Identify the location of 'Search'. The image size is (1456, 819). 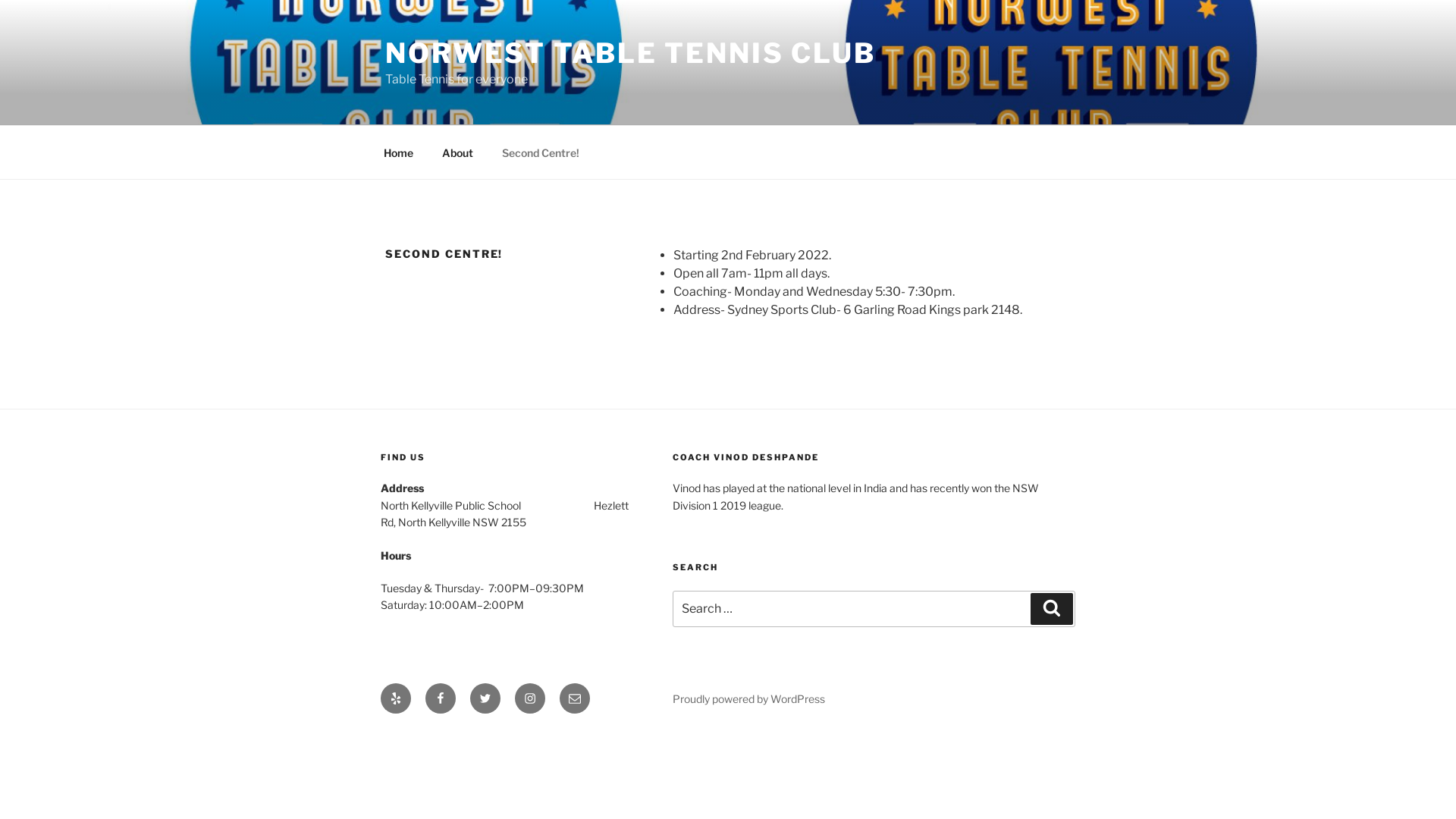
(1051, 607).